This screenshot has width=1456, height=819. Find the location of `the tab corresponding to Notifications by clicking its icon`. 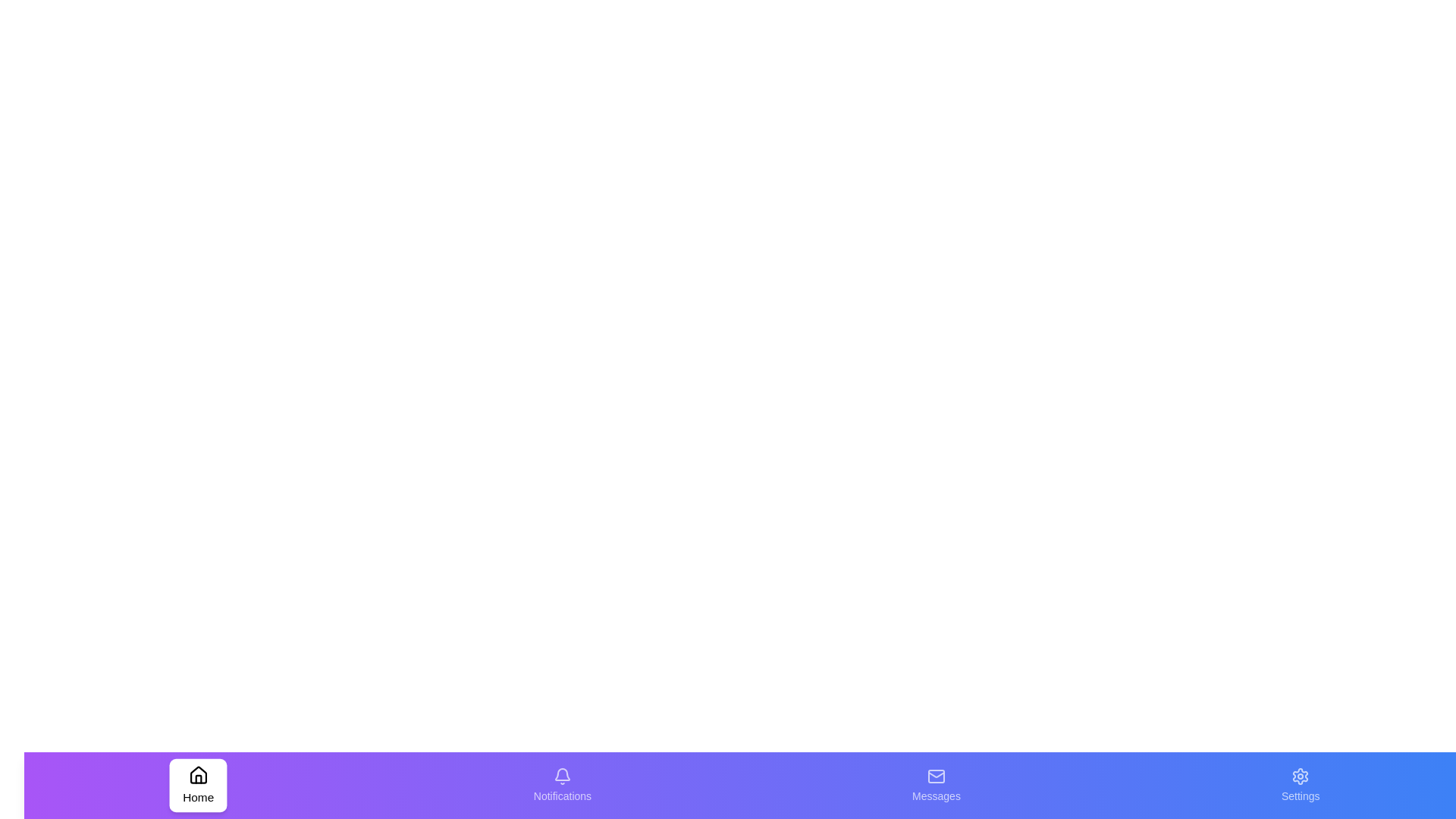

the tab corresponding to Notifications by clicking its icon is located at coordinates (562, 785).